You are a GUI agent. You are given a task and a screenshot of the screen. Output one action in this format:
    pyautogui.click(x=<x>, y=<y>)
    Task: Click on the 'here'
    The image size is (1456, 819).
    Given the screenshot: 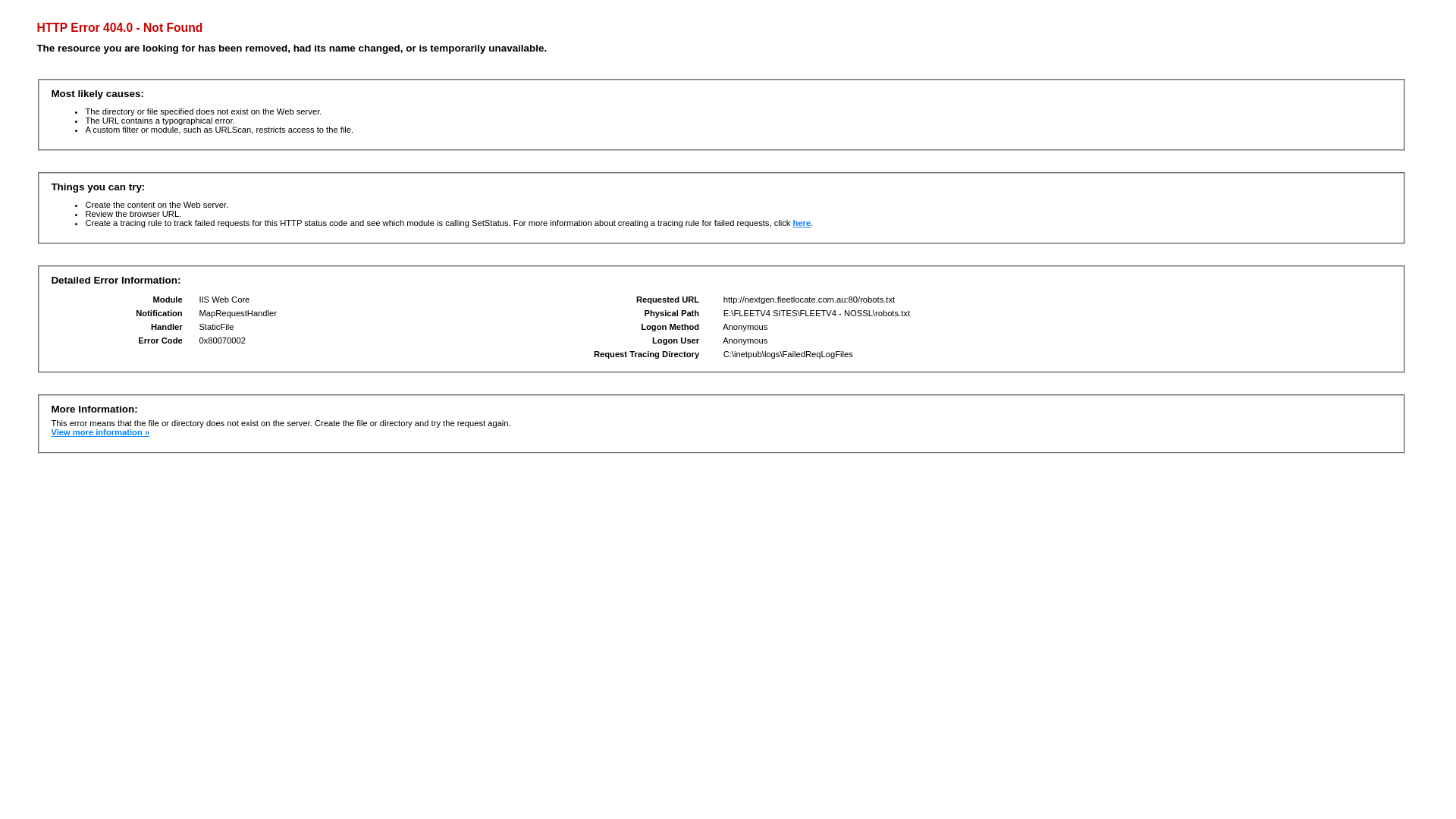 What is the action you would take?
    pyautogui.click(x=801, y=222)
    